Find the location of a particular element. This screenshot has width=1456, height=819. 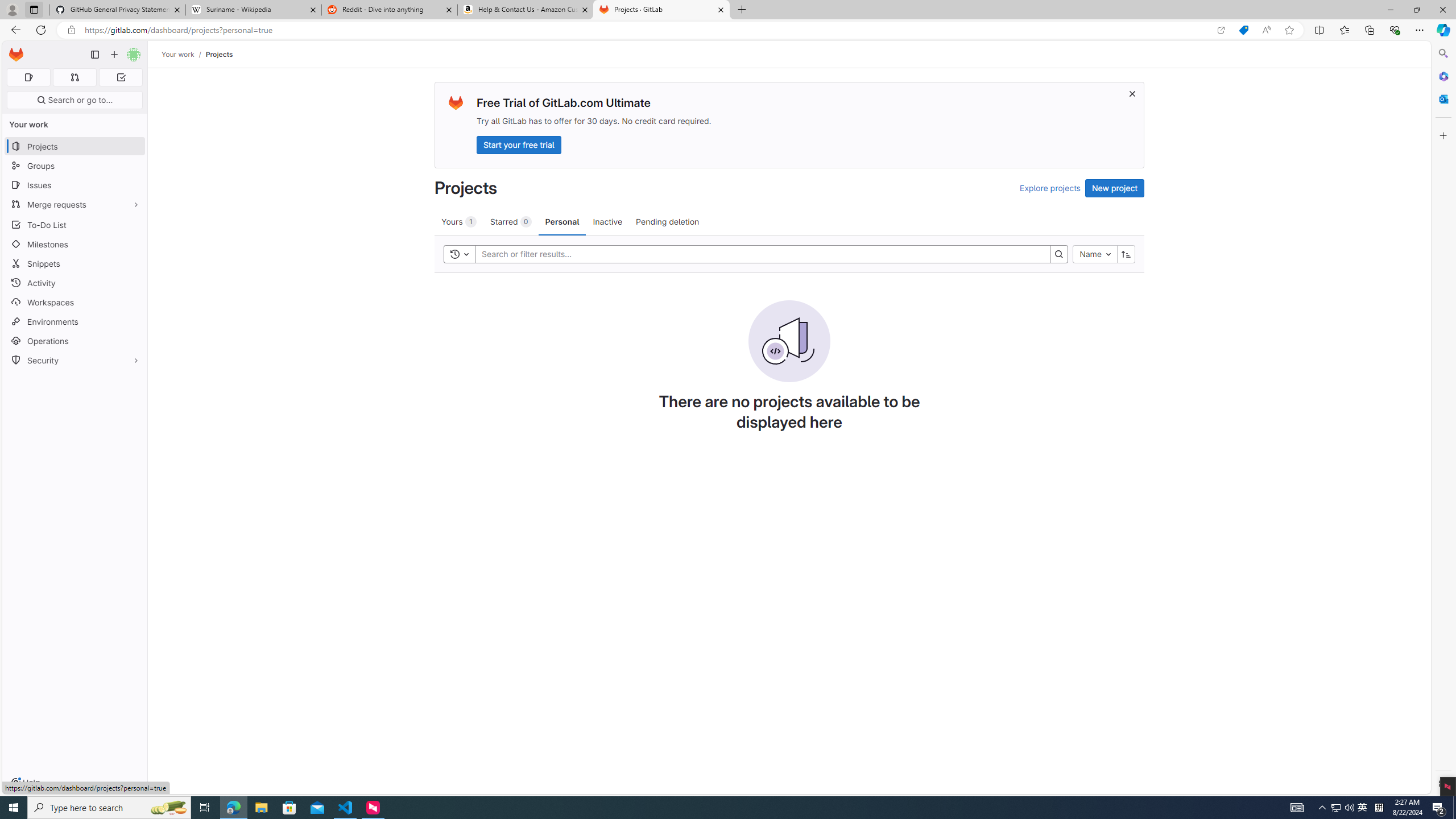

'Dismiss trial promotion' is located at coordinates (1131, 93).